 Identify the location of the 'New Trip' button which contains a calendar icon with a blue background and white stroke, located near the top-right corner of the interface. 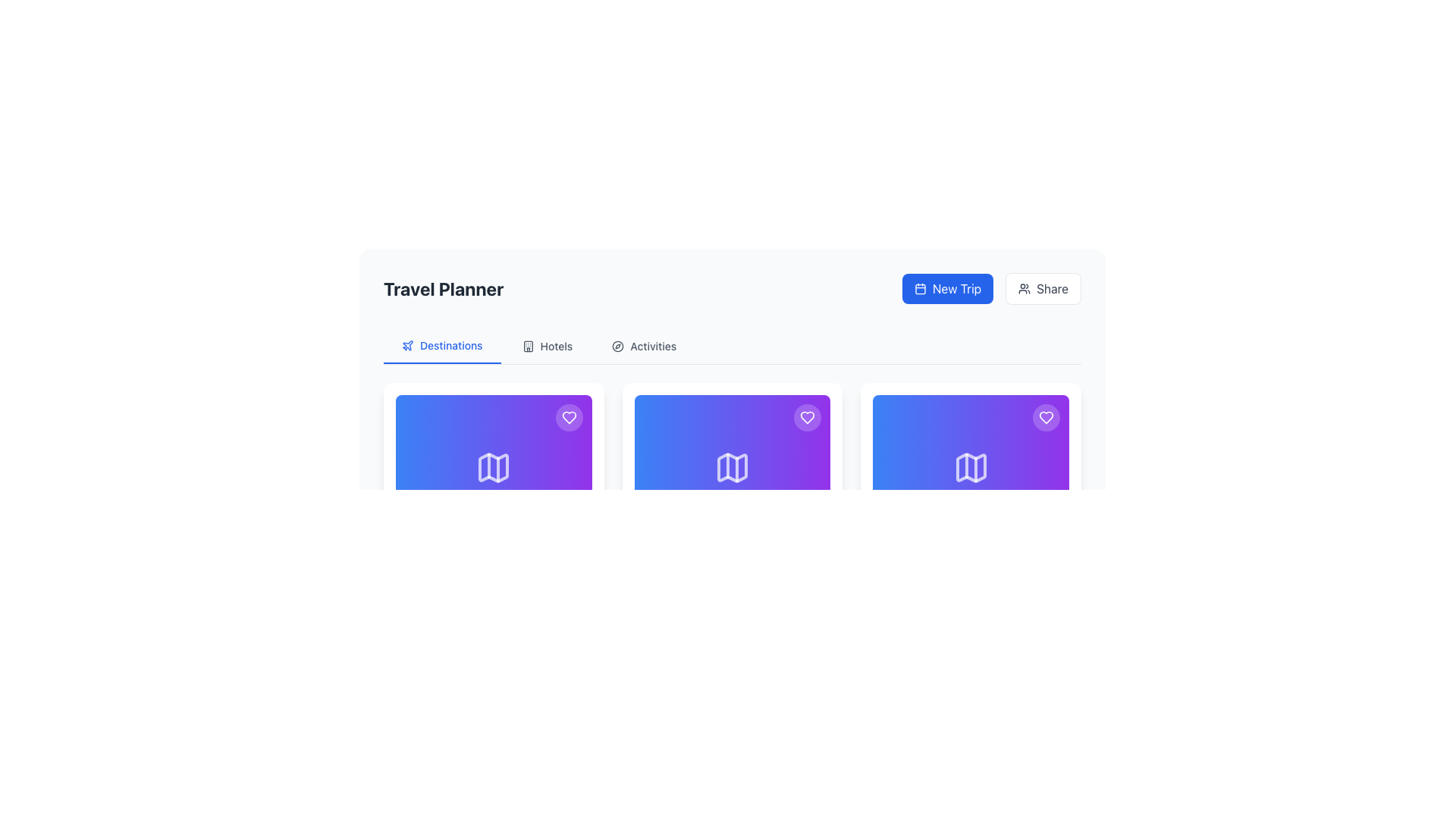
(920, 289).